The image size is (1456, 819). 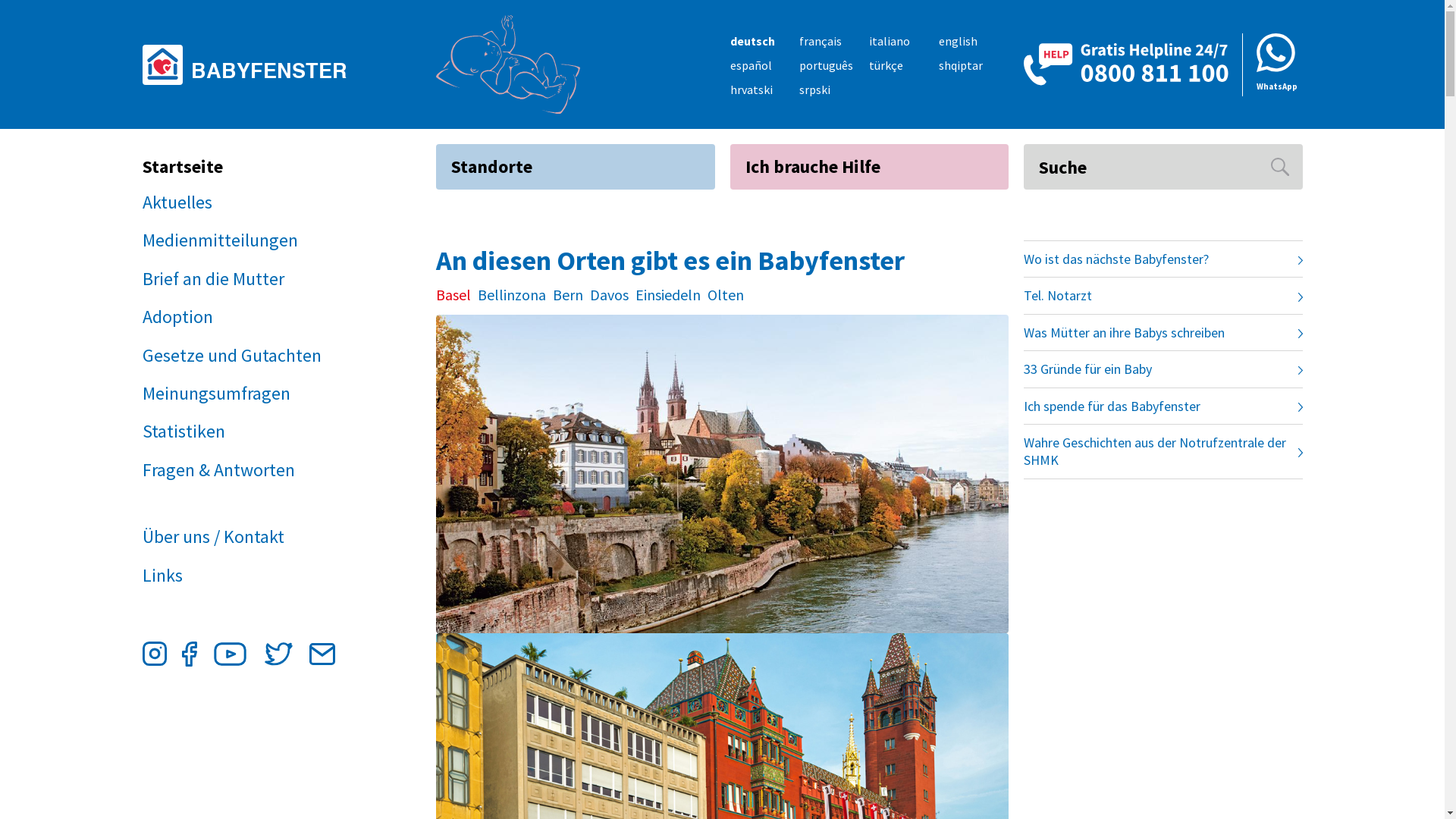 What do you see at coordinates (254, 469) in the screenshot?
I see `'Fragen & Antworten'` at bounding box center [254, 469].